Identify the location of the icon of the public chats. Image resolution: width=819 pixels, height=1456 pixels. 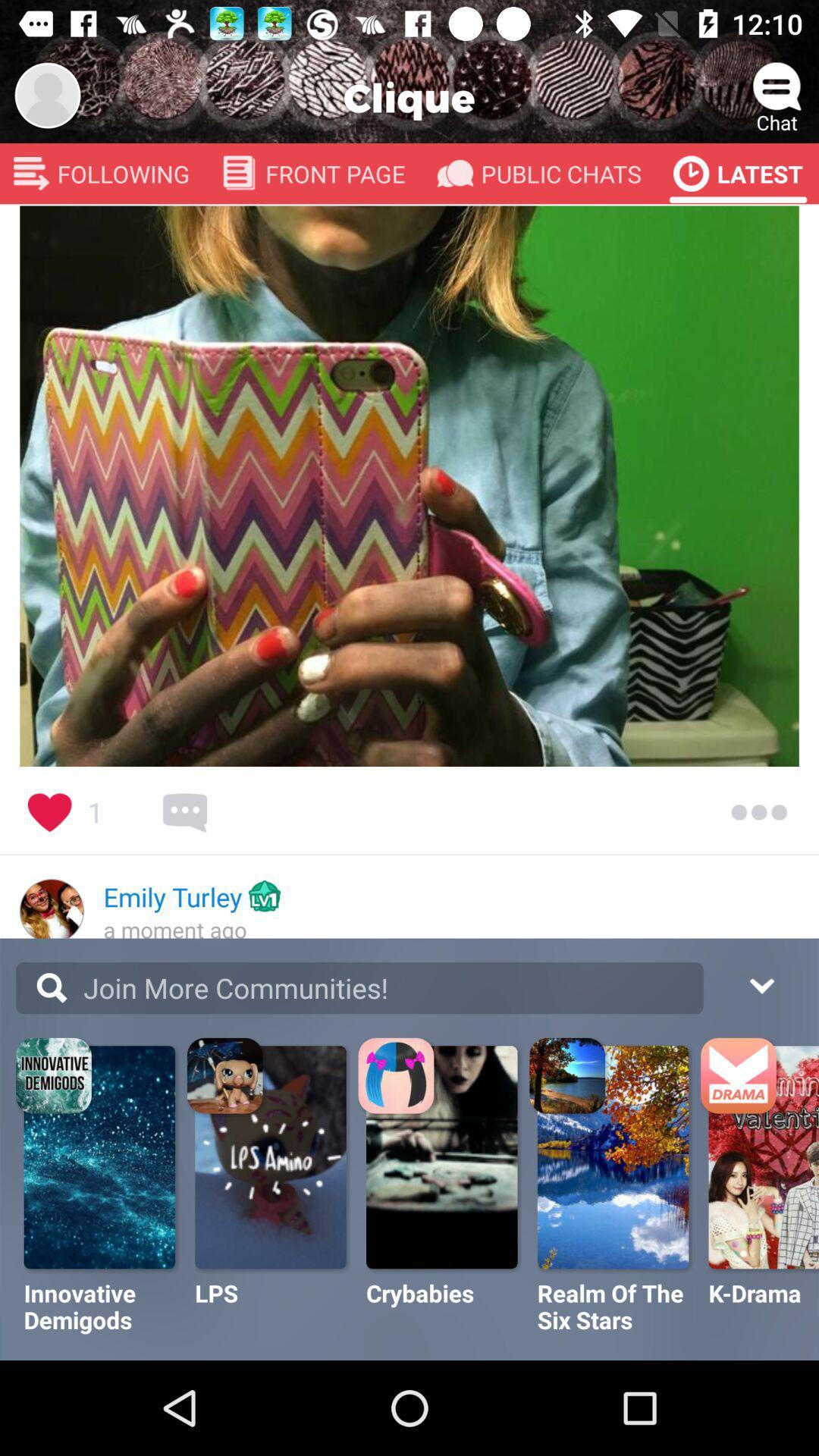
(454, 174).